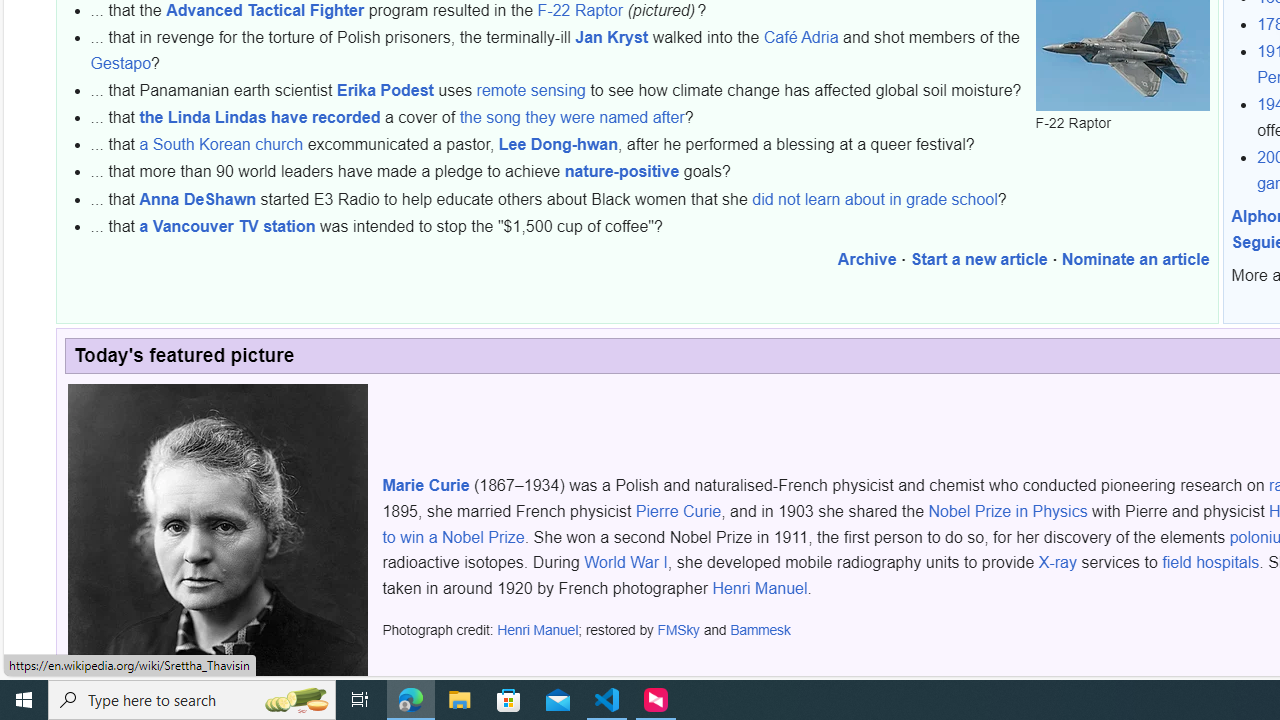  What do you see at coordinates (1056, 562) in the screenshot?
I see `'X-ray'` at bounding box center [1056, 562].